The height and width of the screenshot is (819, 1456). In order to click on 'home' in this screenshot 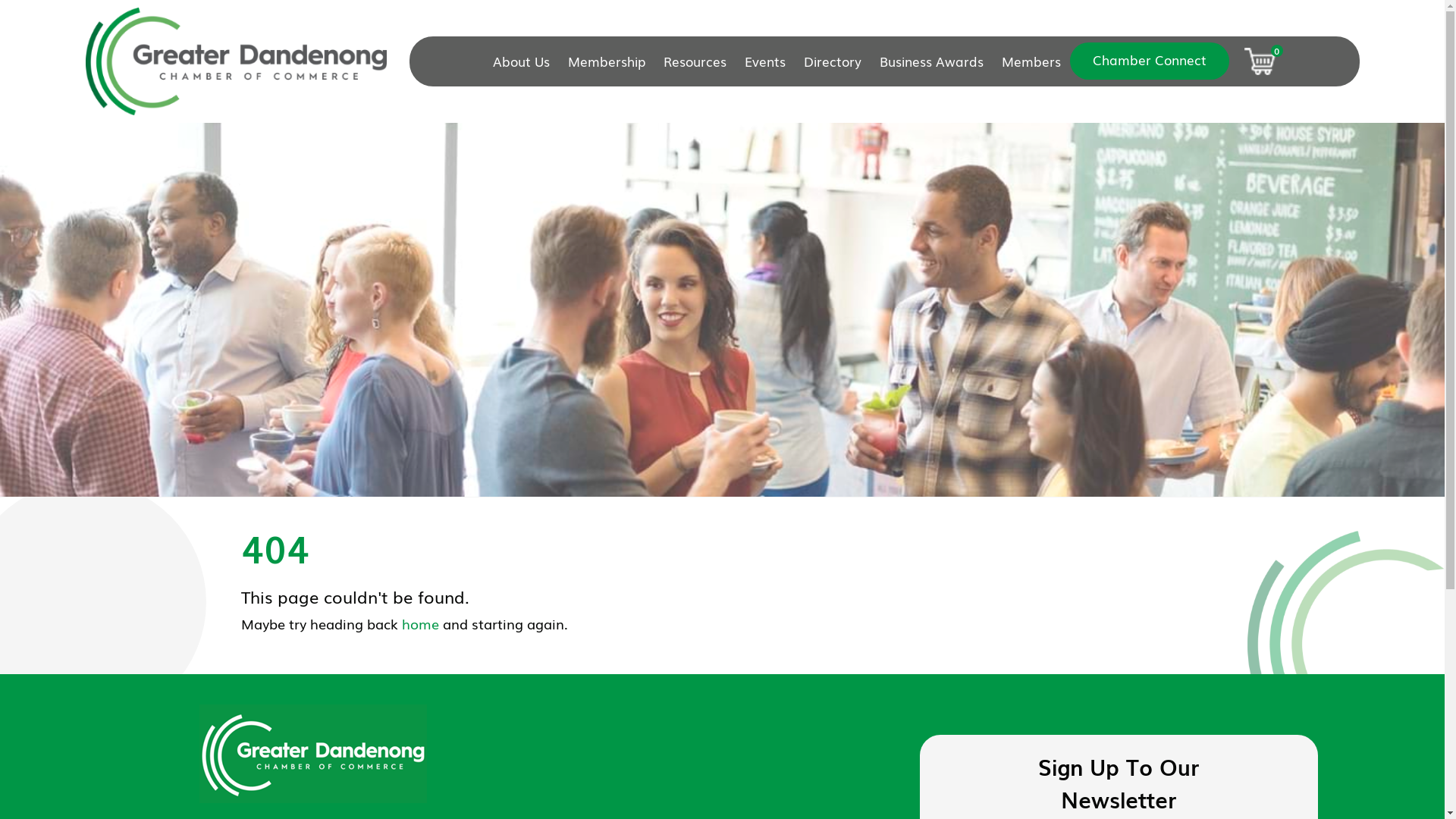, I will do `click(420, 623)`.